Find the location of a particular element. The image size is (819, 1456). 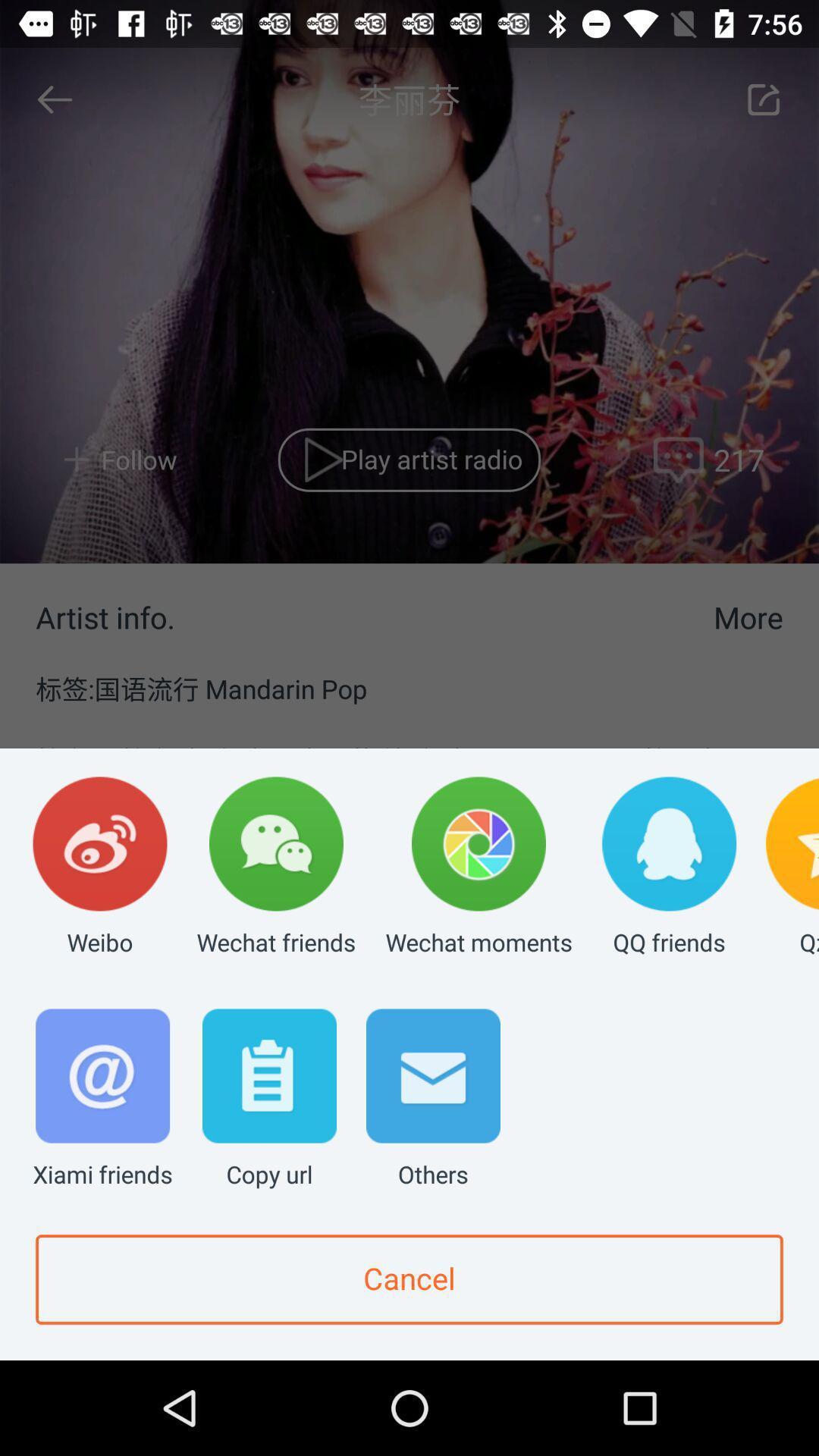

the weibo app is located at coordinates (99, 868).